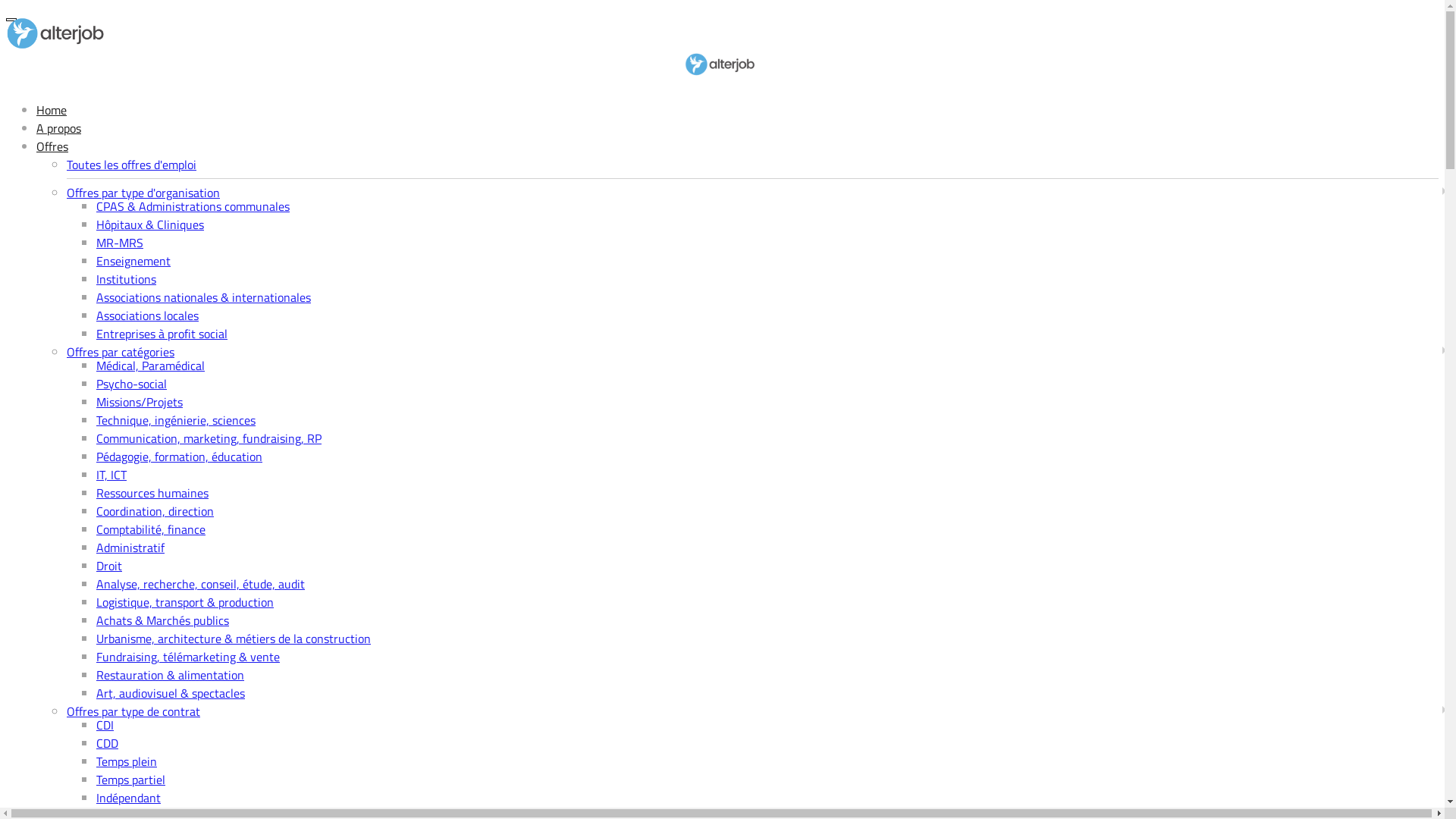 The width and height of the screenshot is (1456, 819). I want to click on 'CPAS & Administrations communales', so click(192, 206).